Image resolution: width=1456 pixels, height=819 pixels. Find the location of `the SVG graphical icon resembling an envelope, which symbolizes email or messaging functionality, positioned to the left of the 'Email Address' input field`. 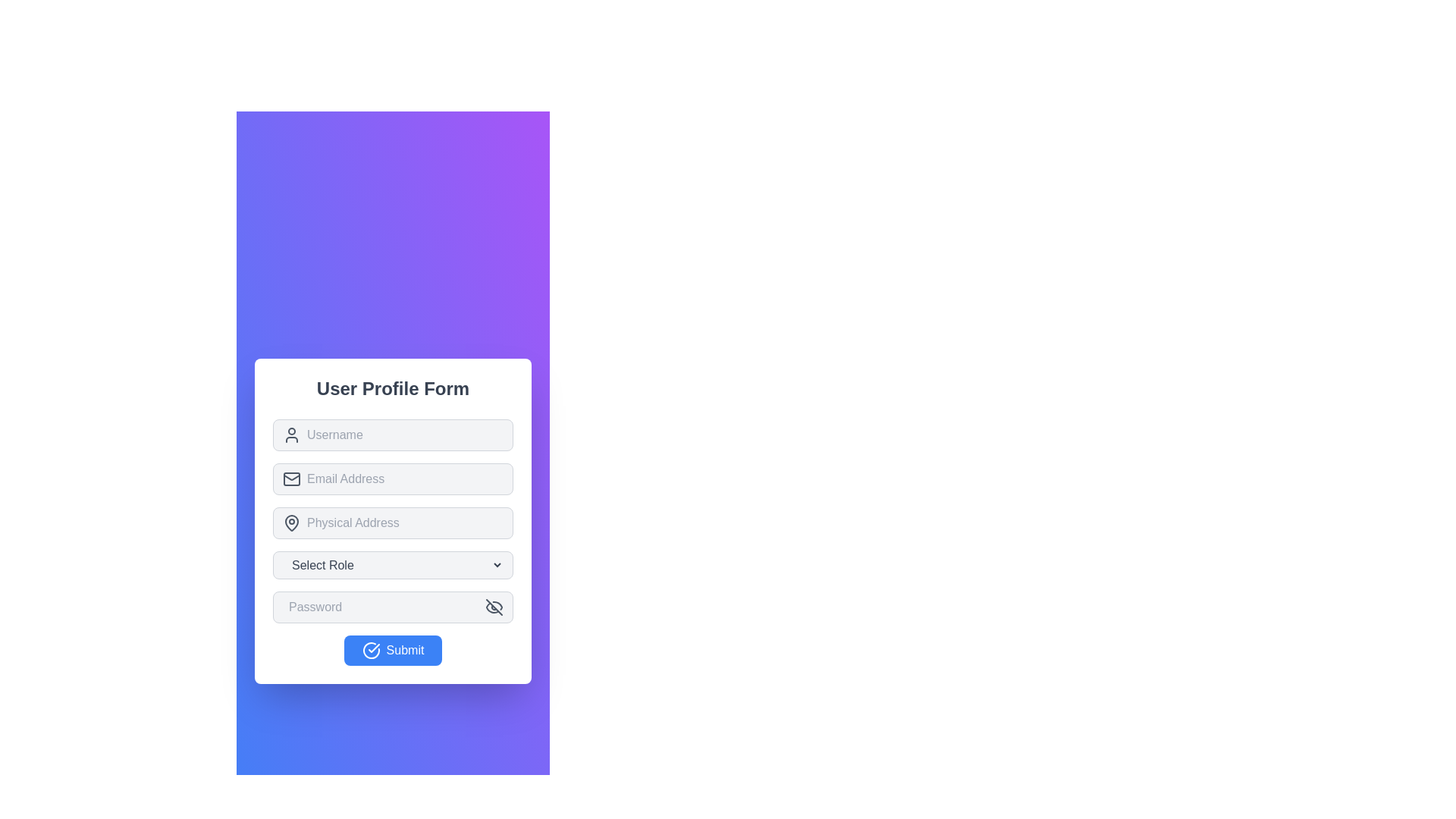

the SVG graphical icon resembling an envelope, which symbolizes email or messaging functionality, positioned to the left of the 'Email Address' input field is located at coordinates (291, 479).